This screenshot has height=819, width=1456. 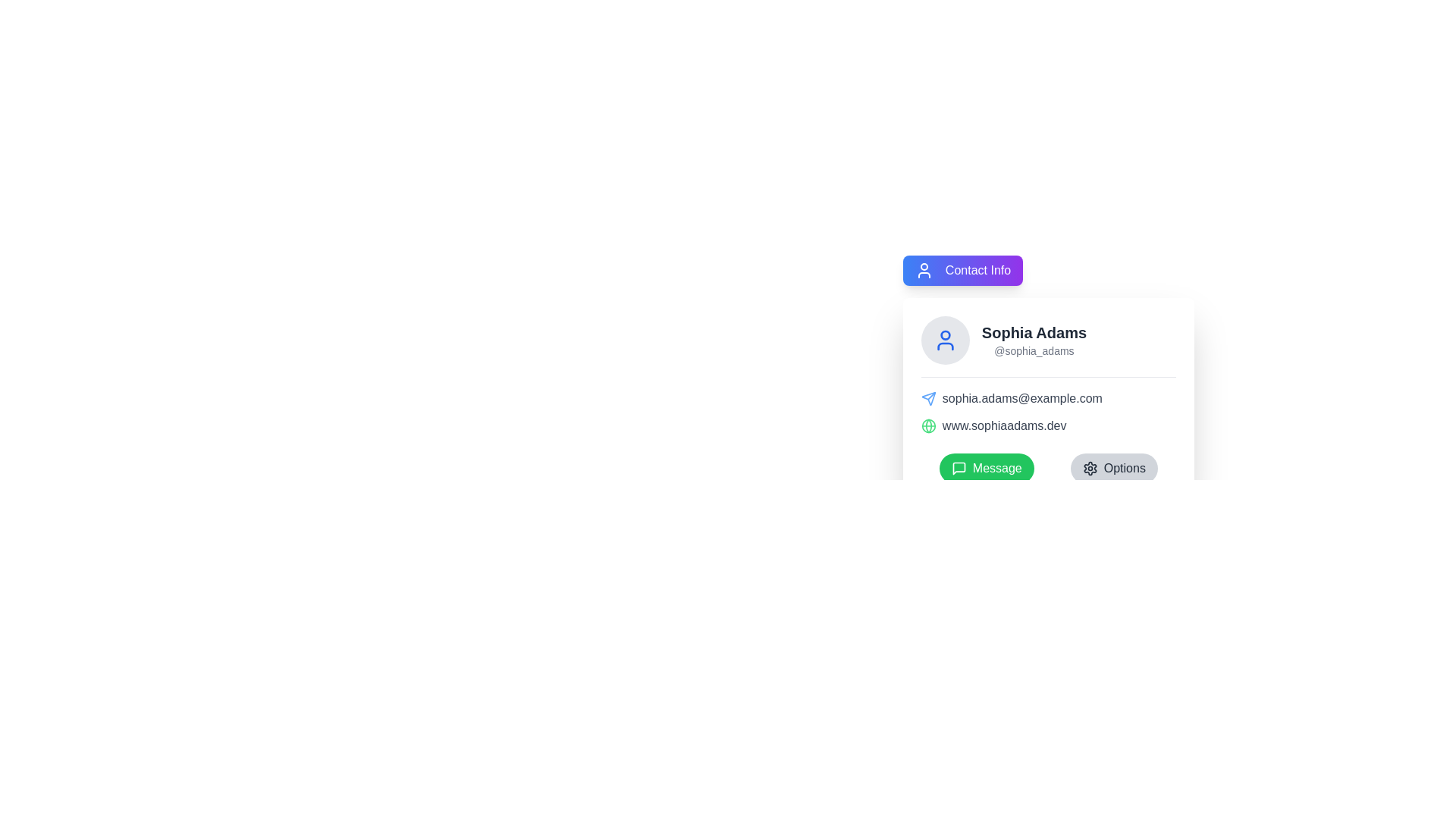 I want to click on the 'Contact Info' button, which features a gradient background from blue to purple and has white text with a user profile icon, so click(x=962, y=270).